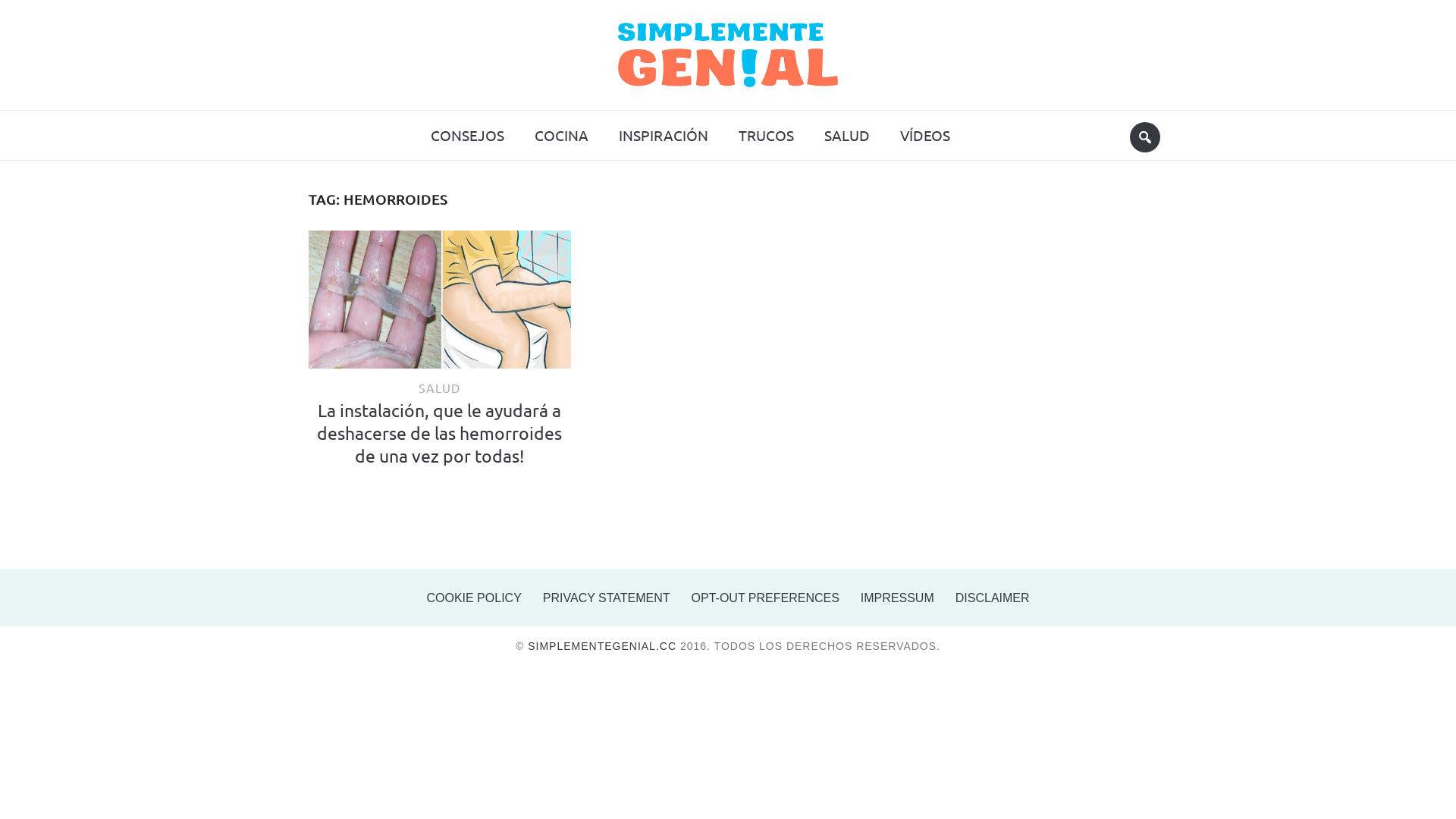 This screenshot has width=1456, height=819. Describe the element at coordinates (601, 646) in the screenshot. I see `'SIMPLEMENTEGENIAL.CC'` at that location.